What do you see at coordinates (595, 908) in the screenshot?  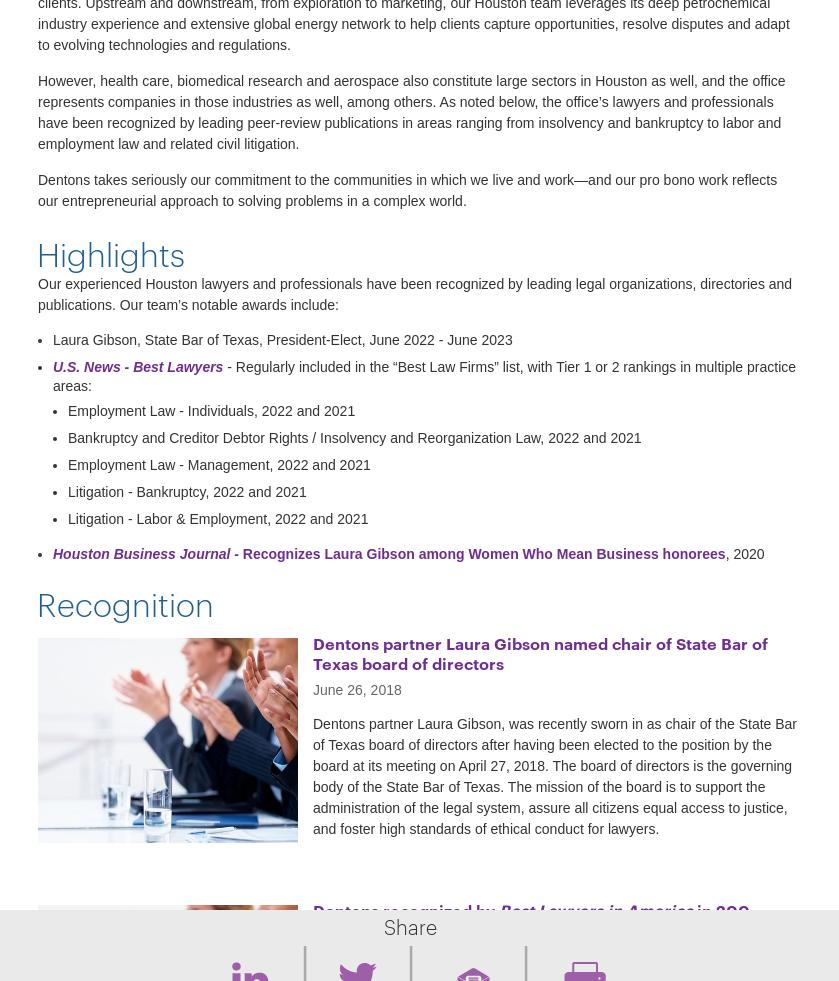 I see `'Best Lawyers in America'` at bounding box center [595, 908].